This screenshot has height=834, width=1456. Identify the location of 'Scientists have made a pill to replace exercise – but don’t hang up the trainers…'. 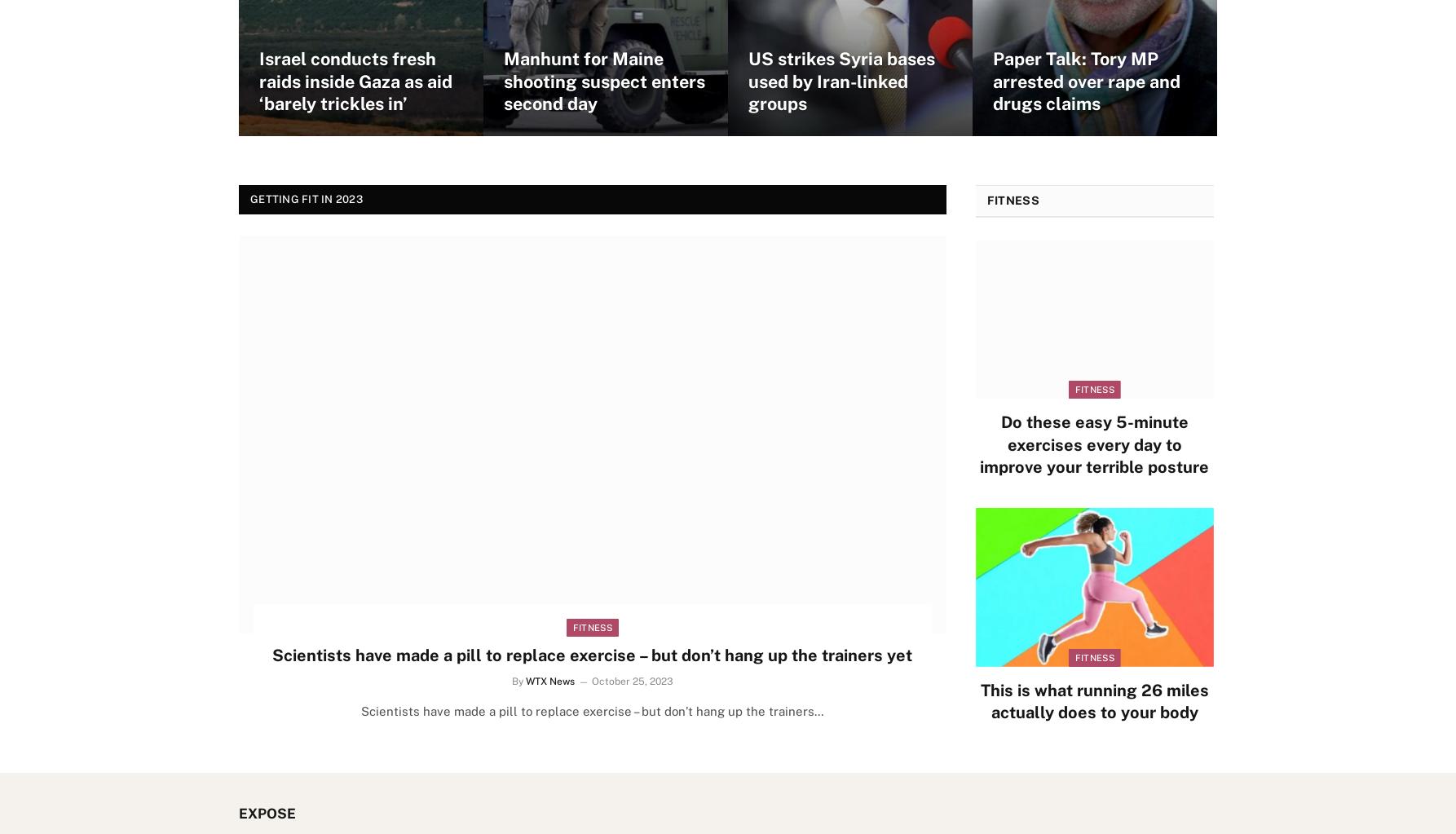
(360, 711).